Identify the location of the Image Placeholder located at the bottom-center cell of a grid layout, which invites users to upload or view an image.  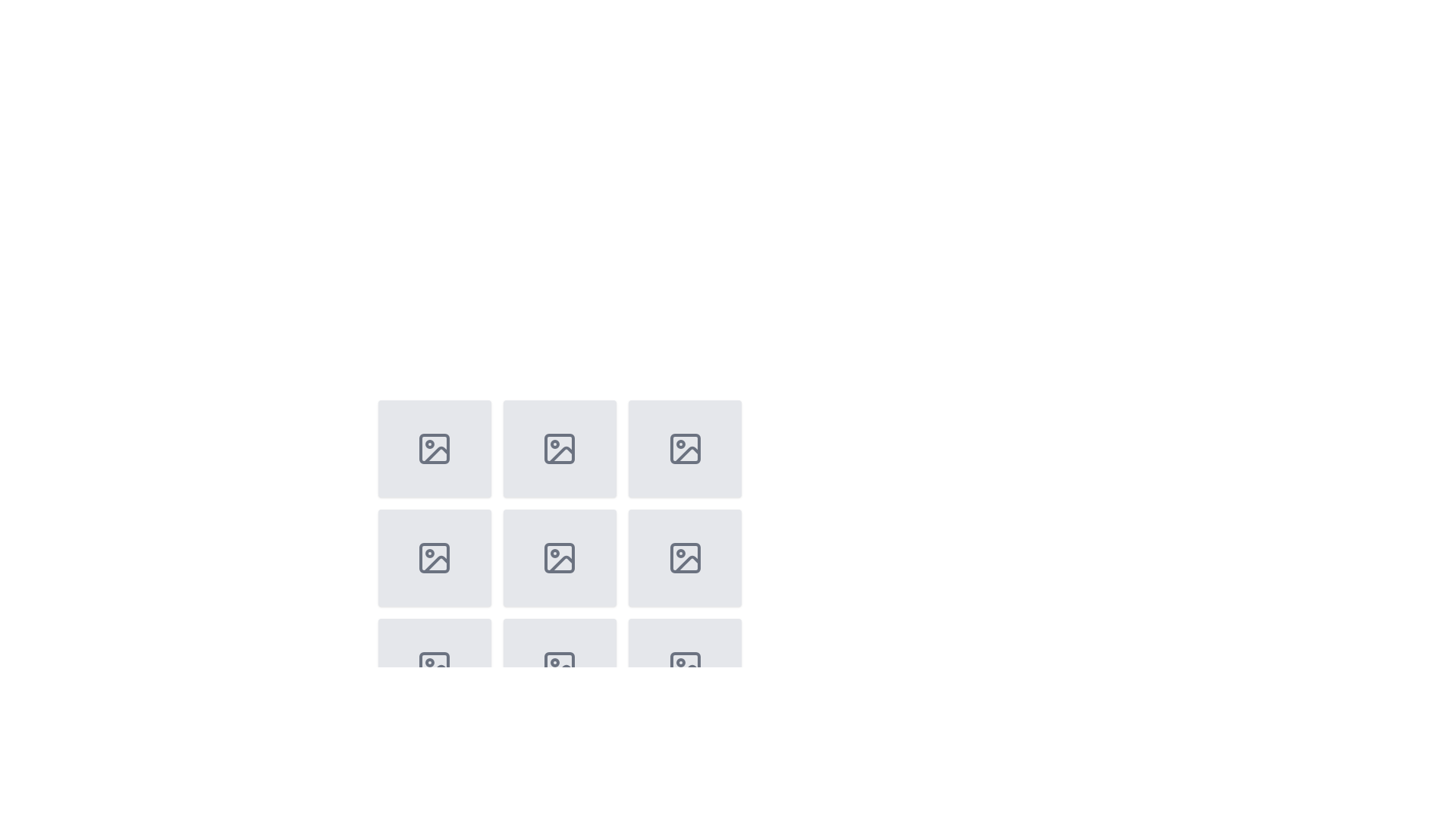
(559, 666).